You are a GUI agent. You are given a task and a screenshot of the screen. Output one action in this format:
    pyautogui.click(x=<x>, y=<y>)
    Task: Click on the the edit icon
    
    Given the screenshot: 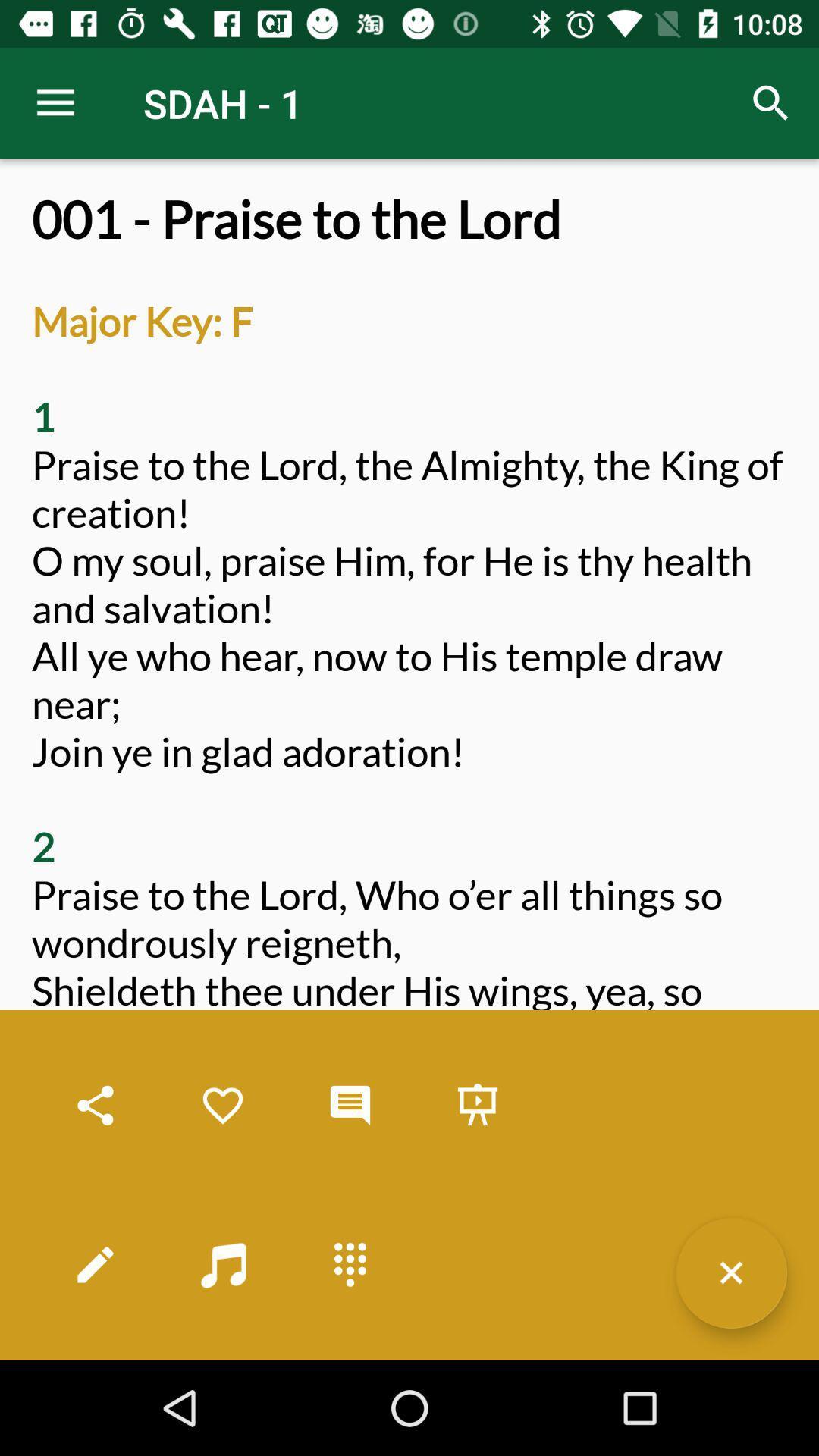 What is the action you would take?
    pyautogui.click(x=96, y=1264)
    